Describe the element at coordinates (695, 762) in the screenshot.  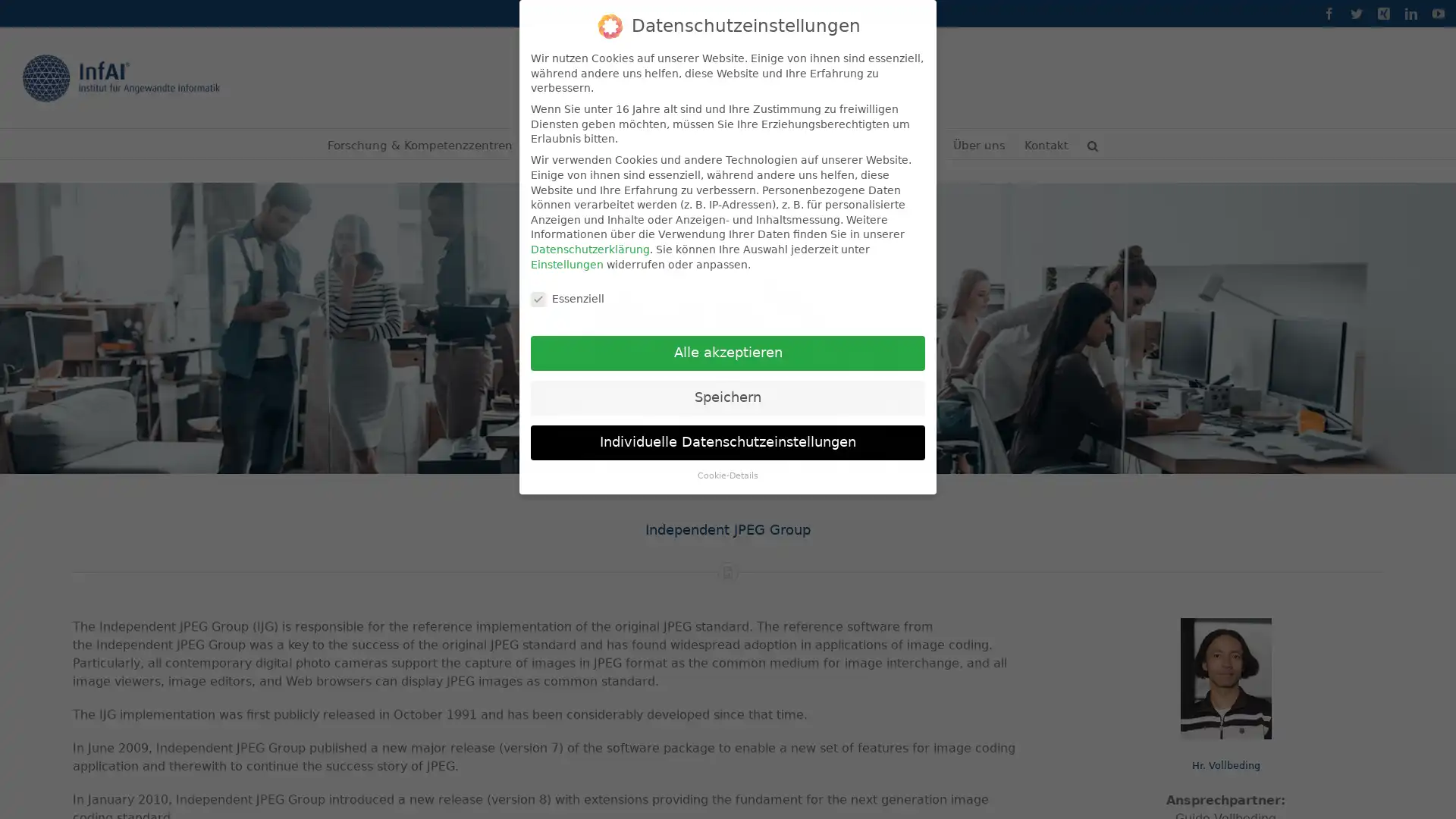
I see `Speichern` at that location.